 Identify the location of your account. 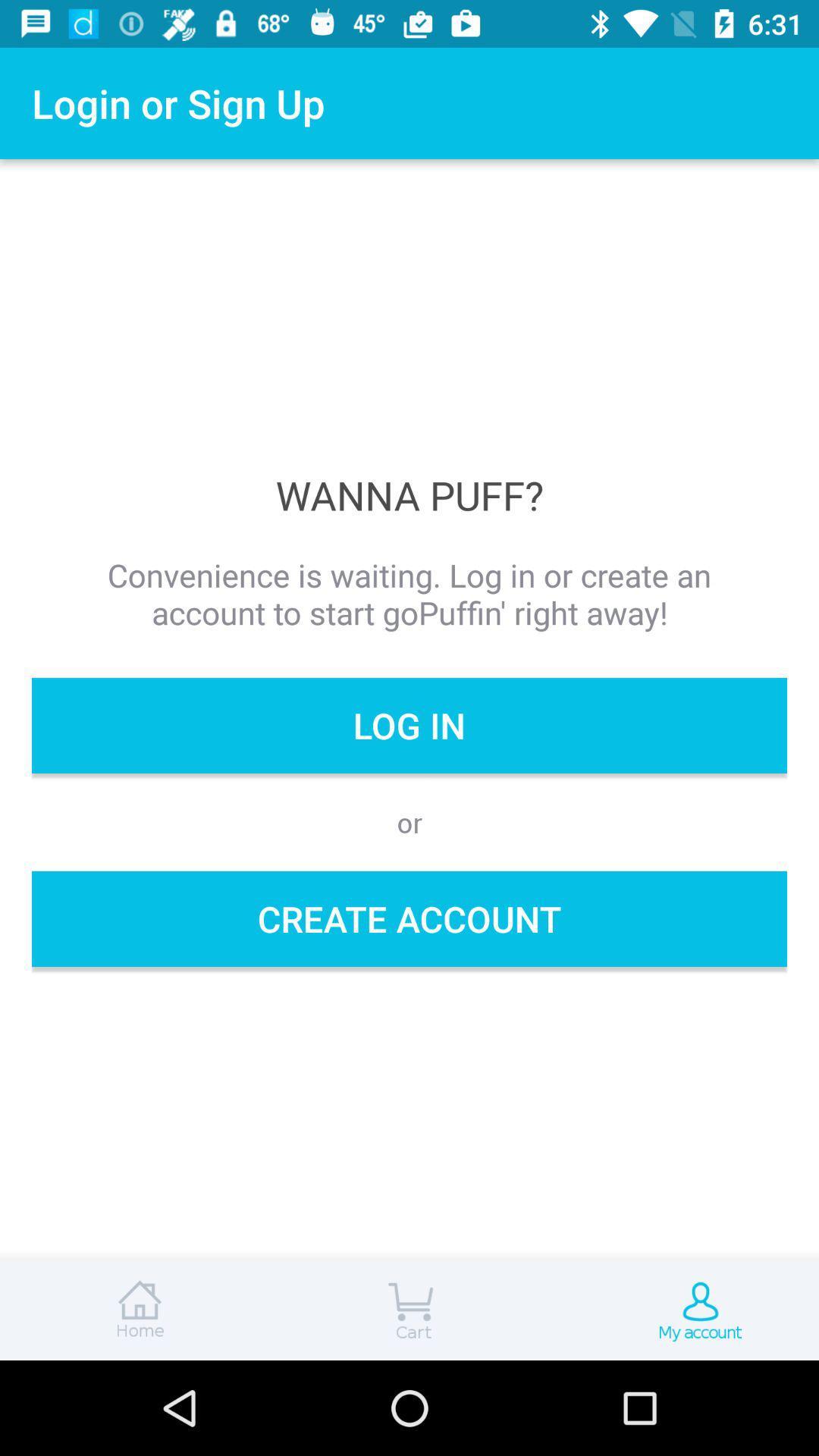
(681, 1310).